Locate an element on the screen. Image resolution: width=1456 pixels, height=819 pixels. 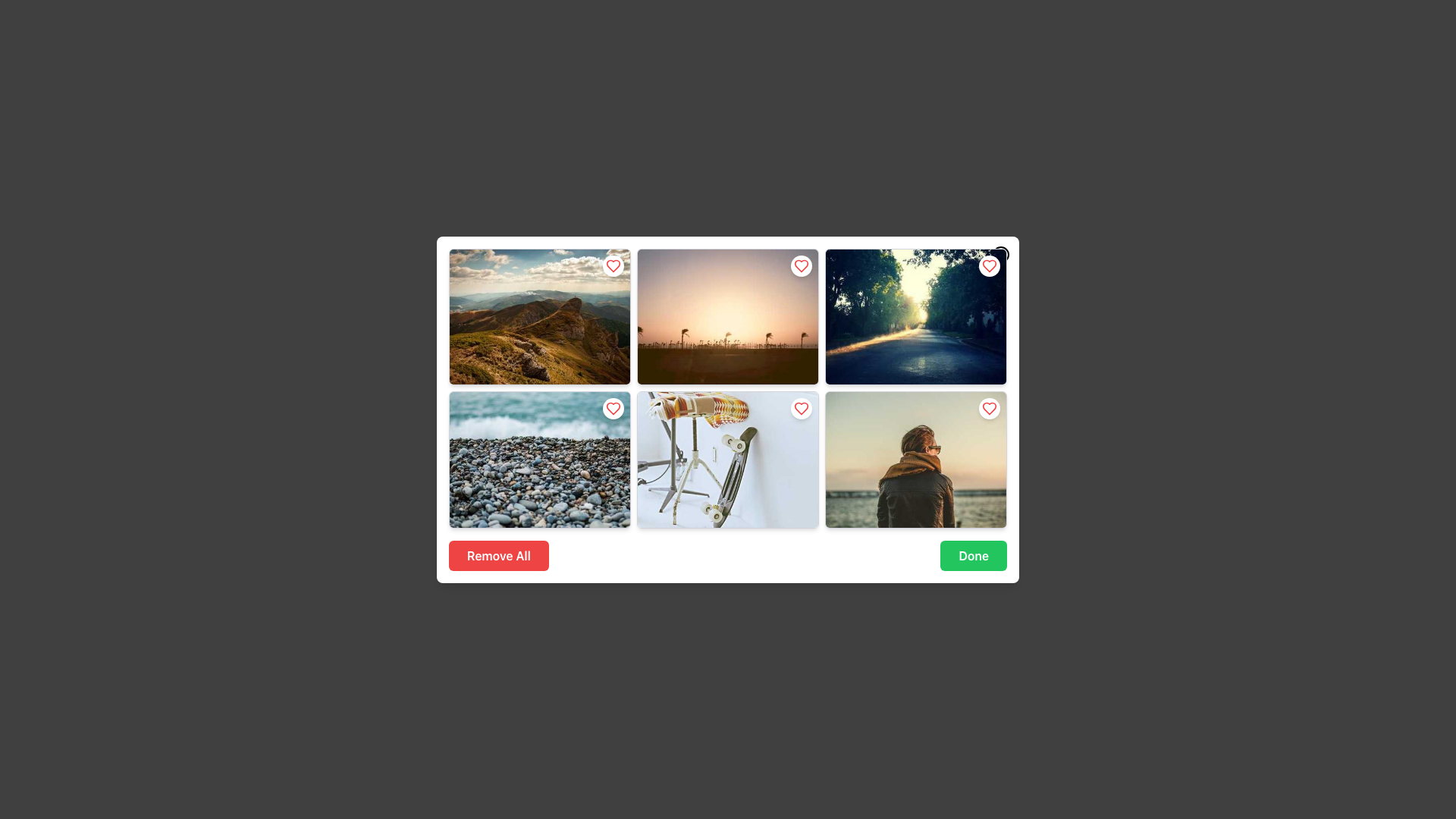
the Image Card with rounded borders and a white heart-shaped icon at the top-right corner to scale the image within it is located at coordinates (728, 458).